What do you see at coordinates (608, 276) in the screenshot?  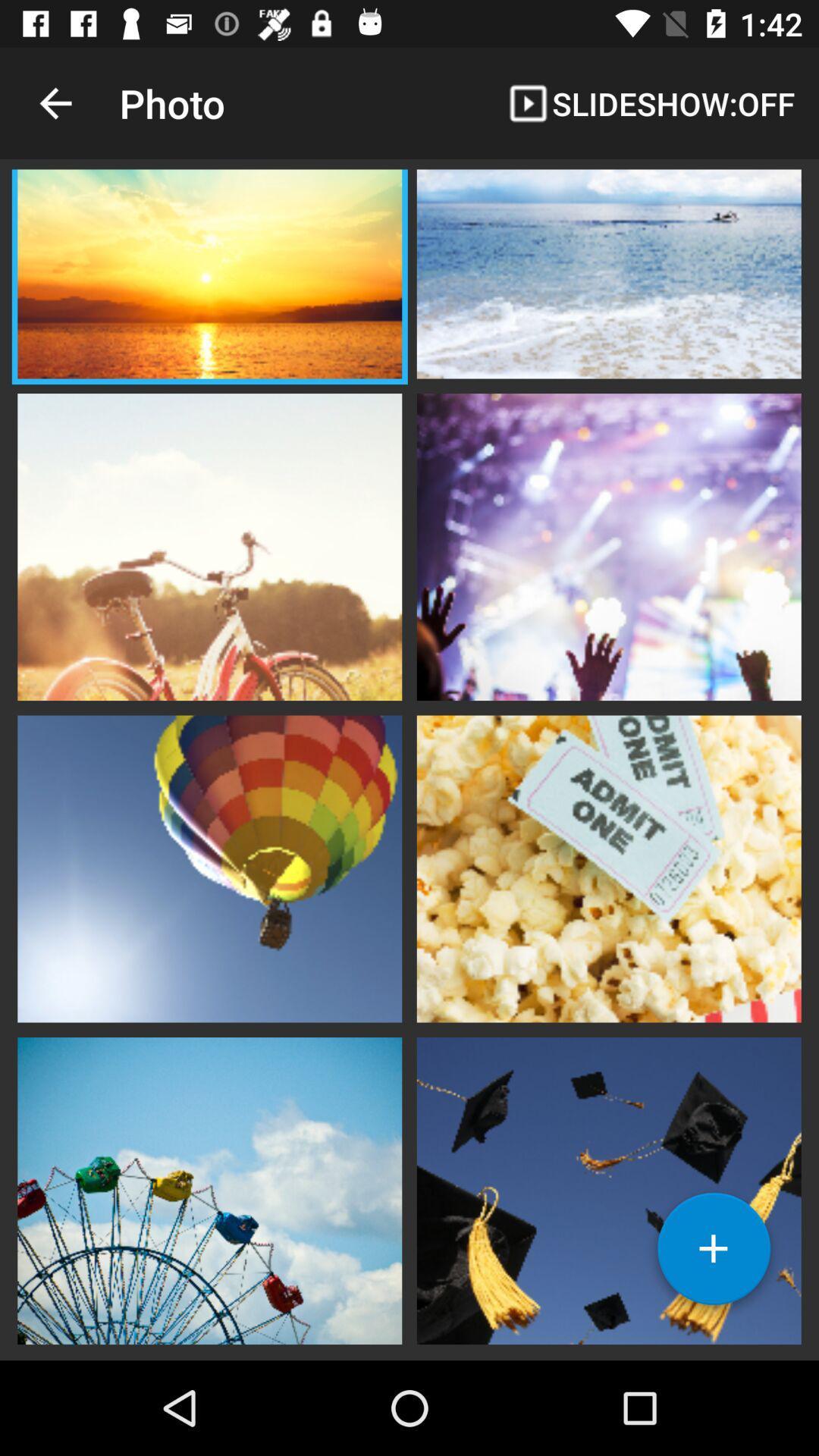 I see `picture` at bounding box center [608, 276].